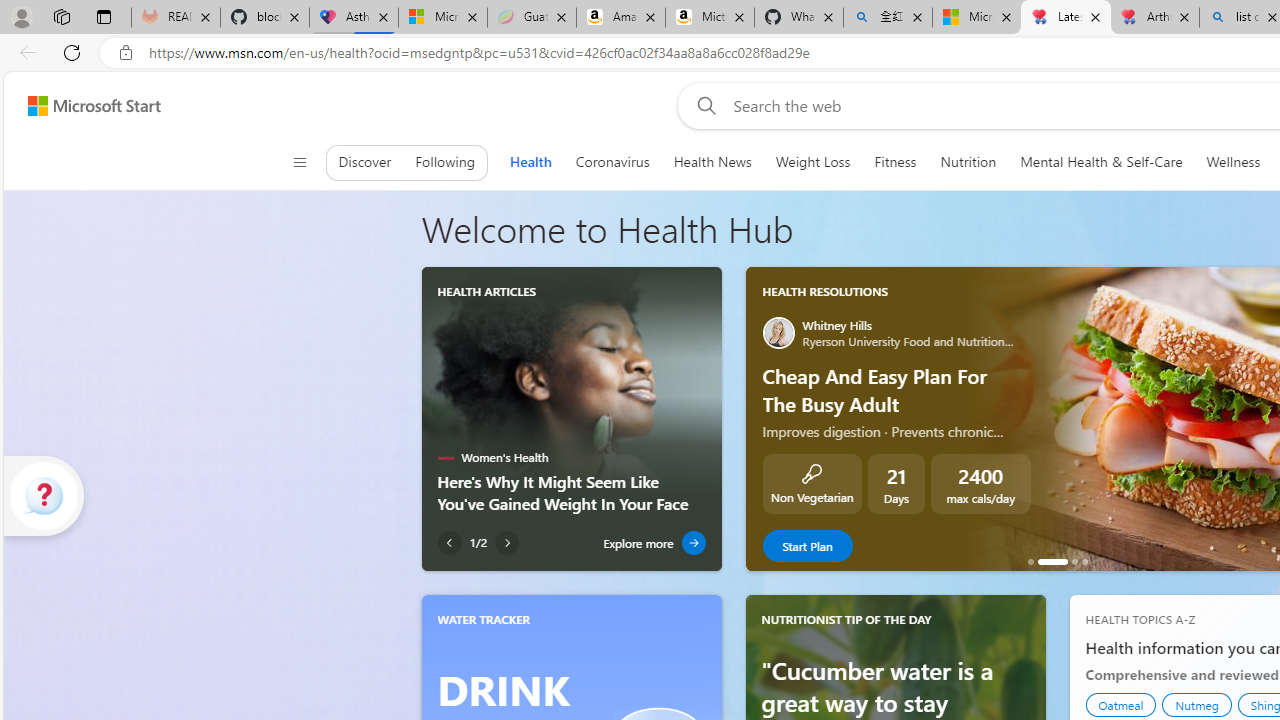 The height and width of the screenshot is (720, 1280). What do you see at coordinates (1196, 703) in the screenshot?
I see `'Nutmeg'` at bounding box center [1196, 703].